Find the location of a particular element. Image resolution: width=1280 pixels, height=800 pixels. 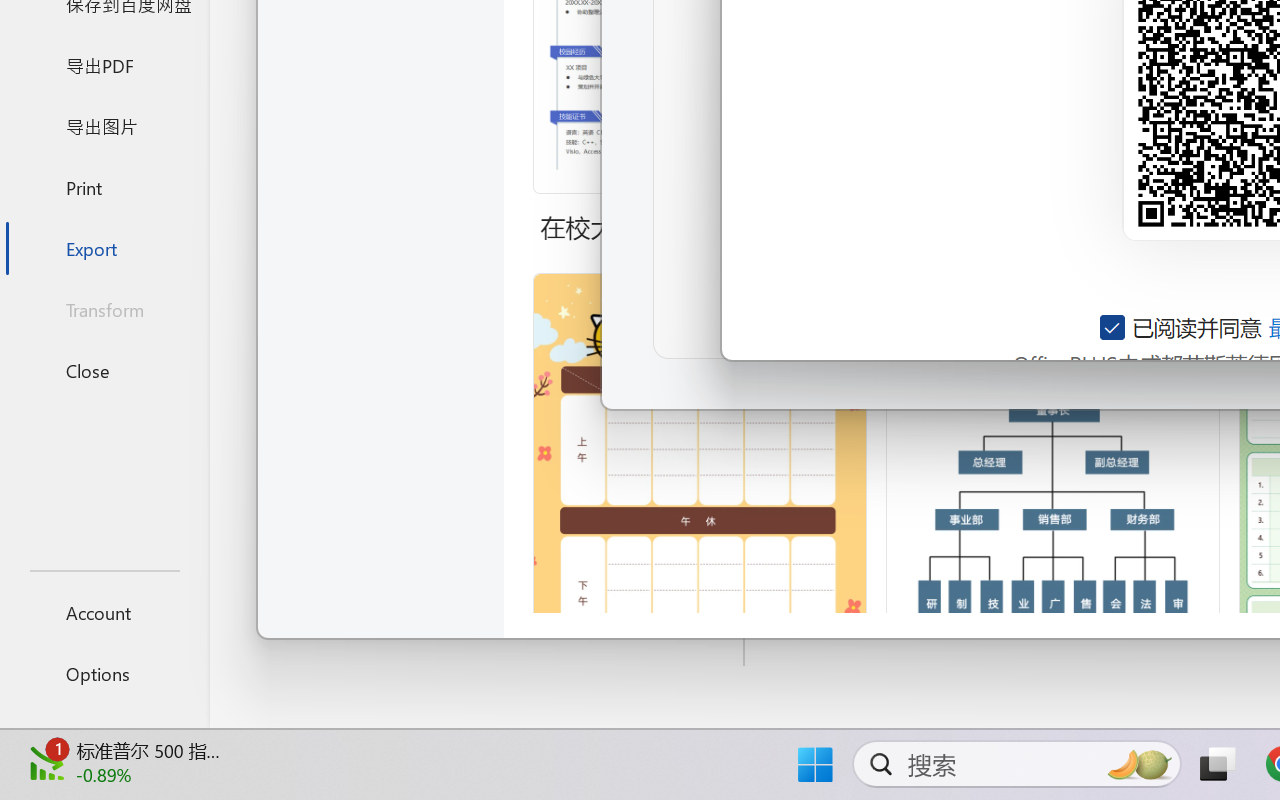

'AutomationID: checkbox-14' is located at coordinates (1113, 326).